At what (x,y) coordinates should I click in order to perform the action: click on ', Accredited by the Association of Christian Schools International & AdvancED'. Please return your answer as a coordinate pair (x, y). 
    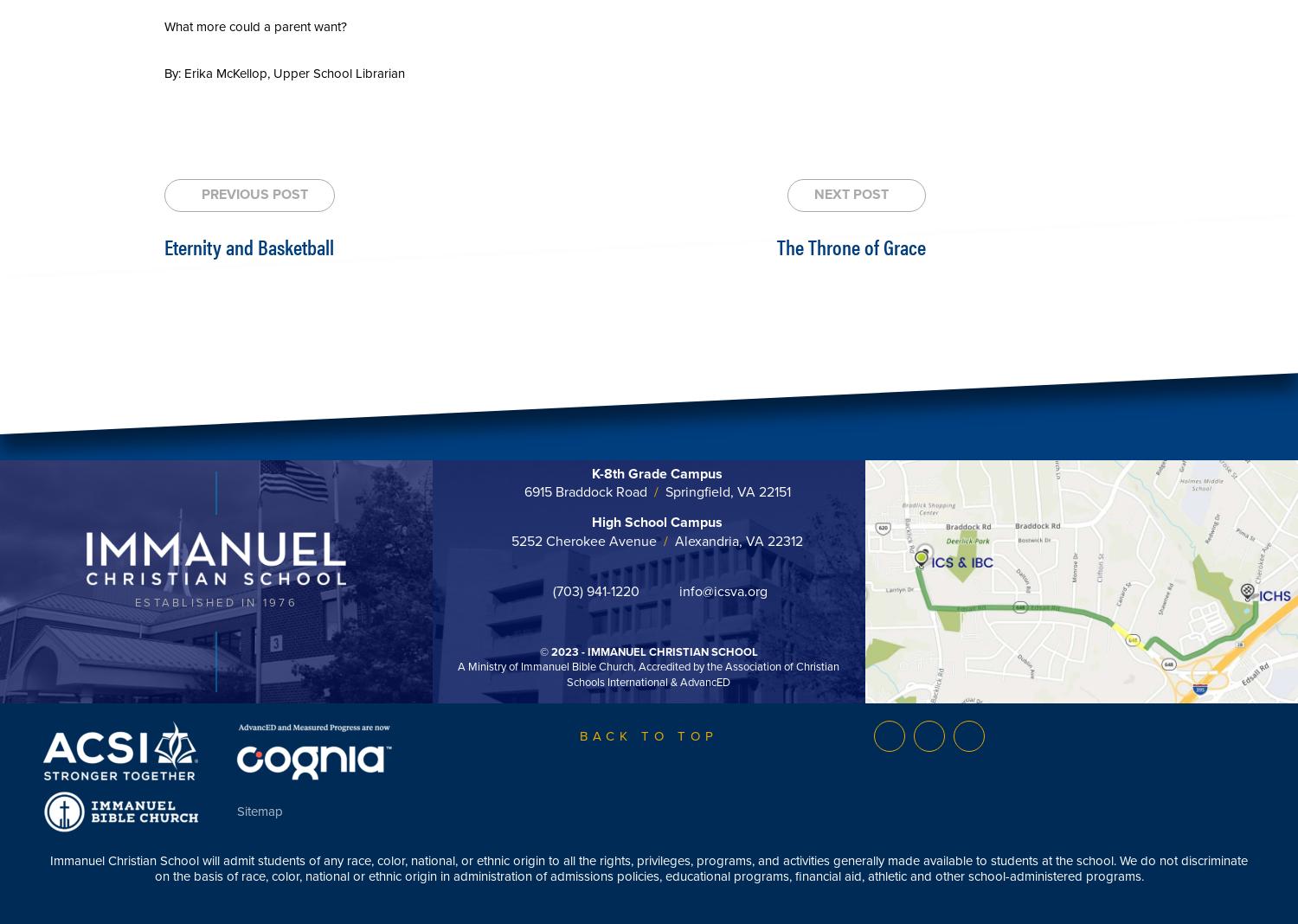
    Looking at the image, I should click on (703, 674).